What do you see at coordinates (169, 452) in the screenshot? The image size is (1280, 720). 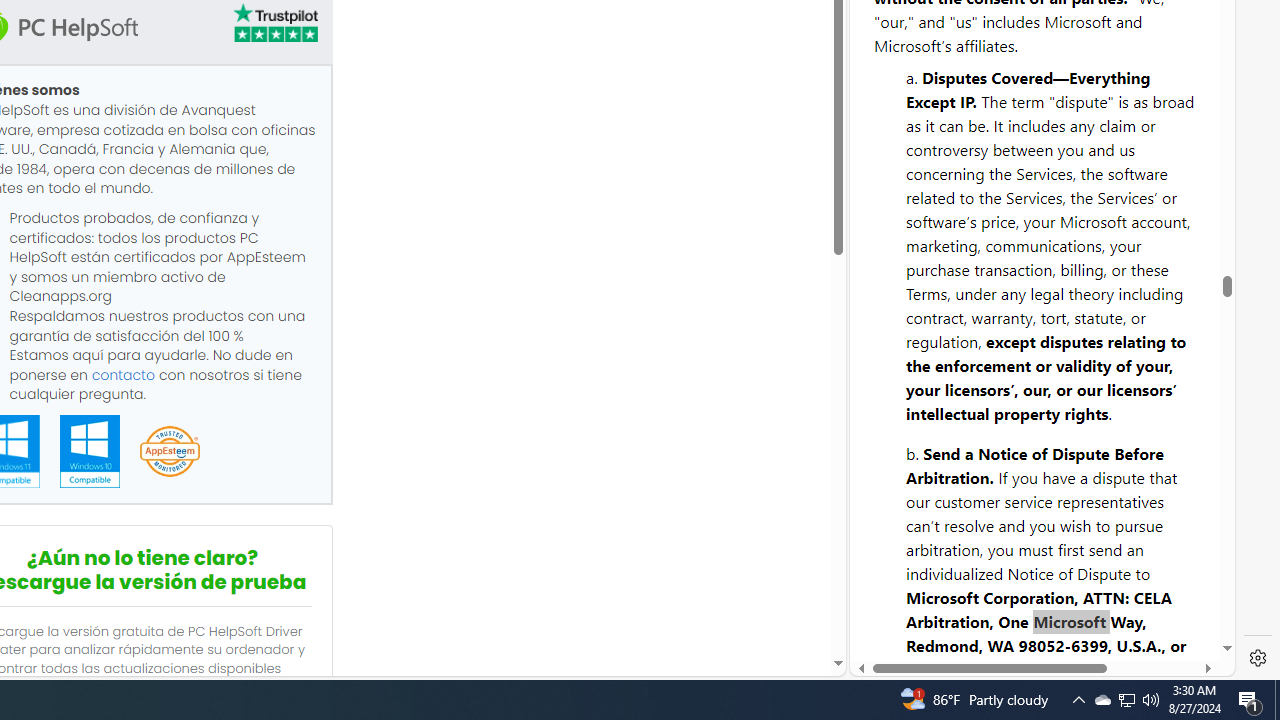 I see `'App Esteem'` at bounding box center [169, 452].